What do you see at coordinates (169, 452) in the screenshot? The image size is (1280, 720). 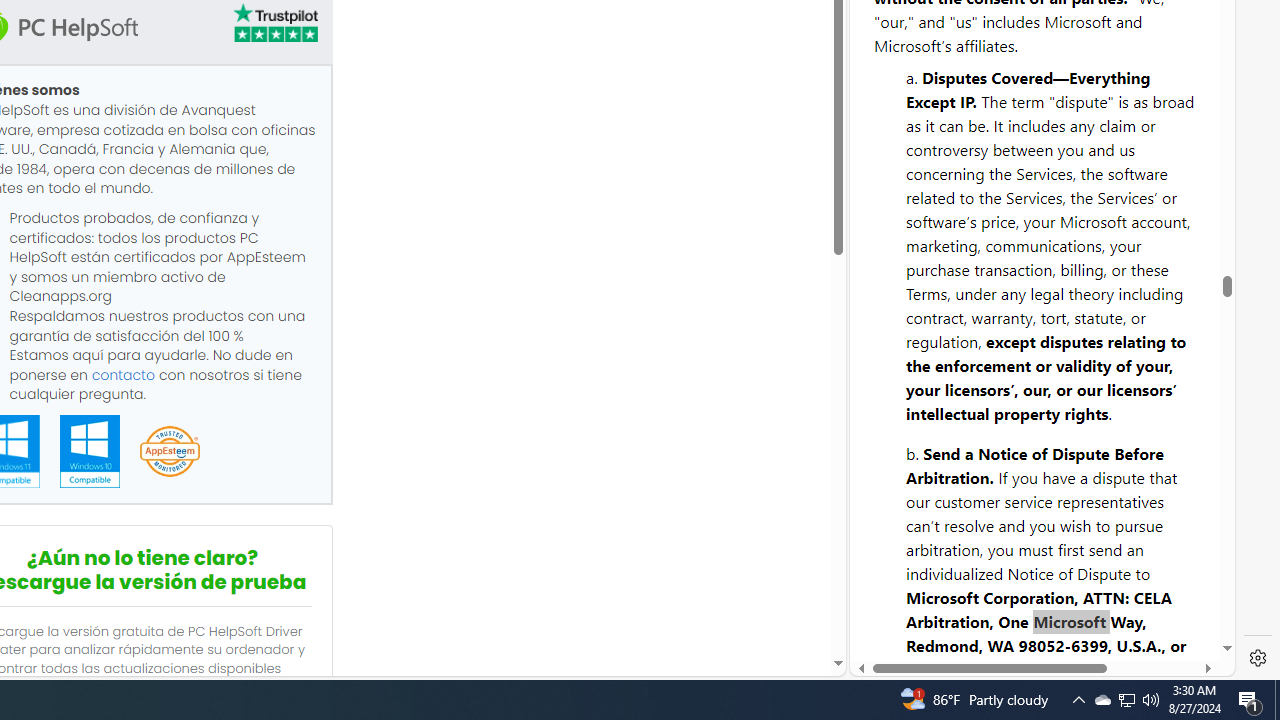 I see `'App Esteem'` at bounding box center [169, 452].